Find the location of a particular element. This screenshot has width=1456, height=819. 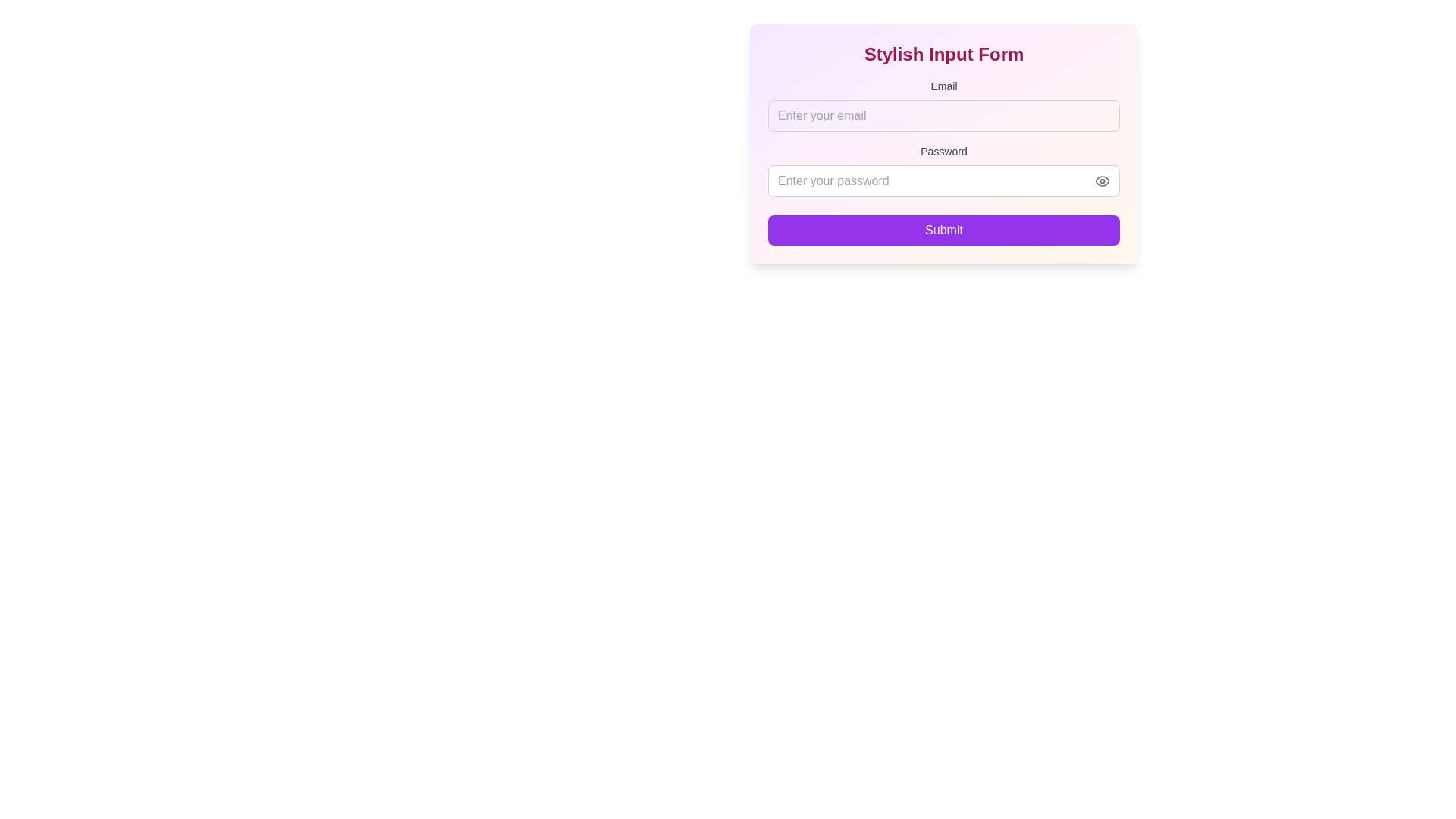

the eye icon button is located at coordinates (1103, 180).